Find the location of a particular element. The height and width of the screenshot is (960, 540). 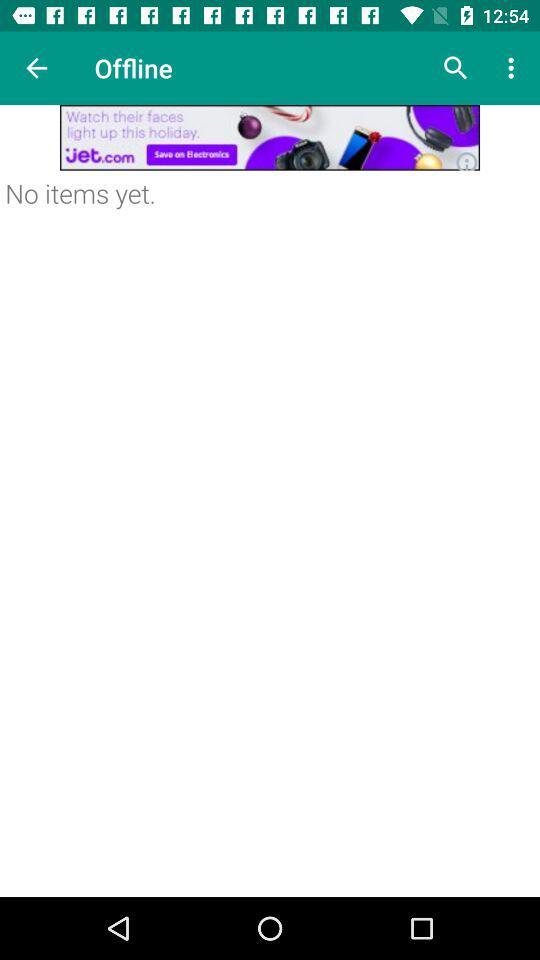

search app is located at coordinates (455, 68).